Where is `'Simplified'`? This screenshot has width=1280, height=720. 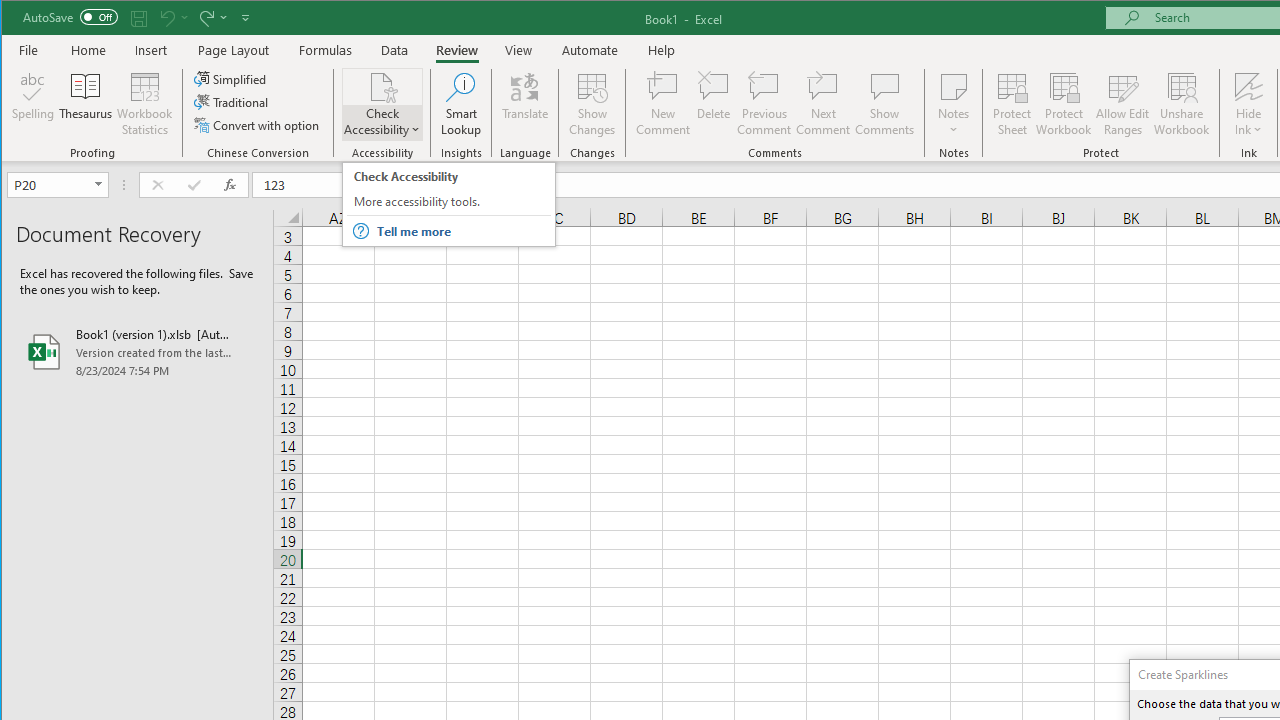 'Simplified' is located at coordinates (231, 78).